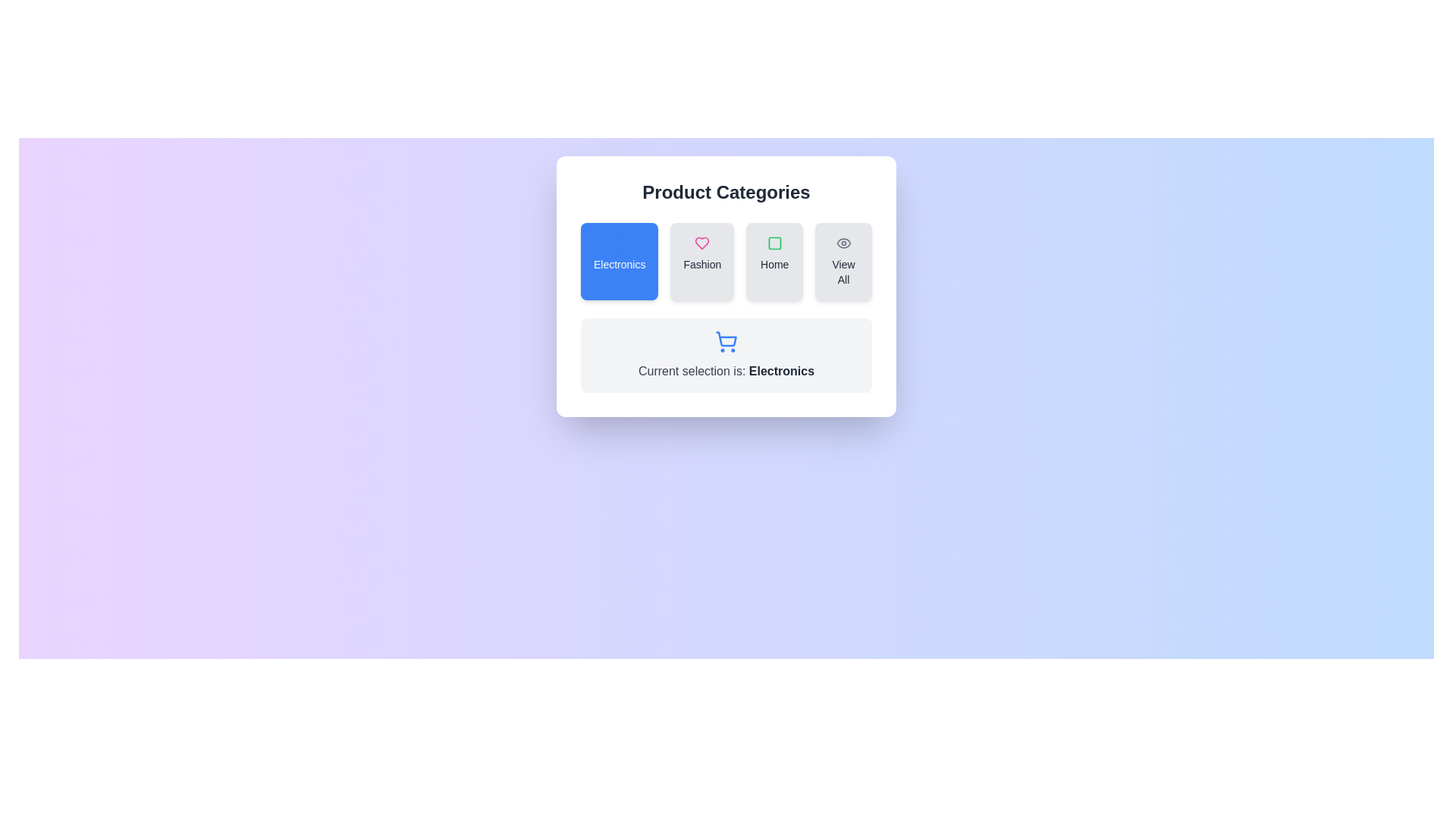  What do you see at coordinates (774, 242) in the screenshot?
I see `the 'Home' category icon located in the third card from the left within the 'Product Categories' panel` at bounding box center [774, 242].